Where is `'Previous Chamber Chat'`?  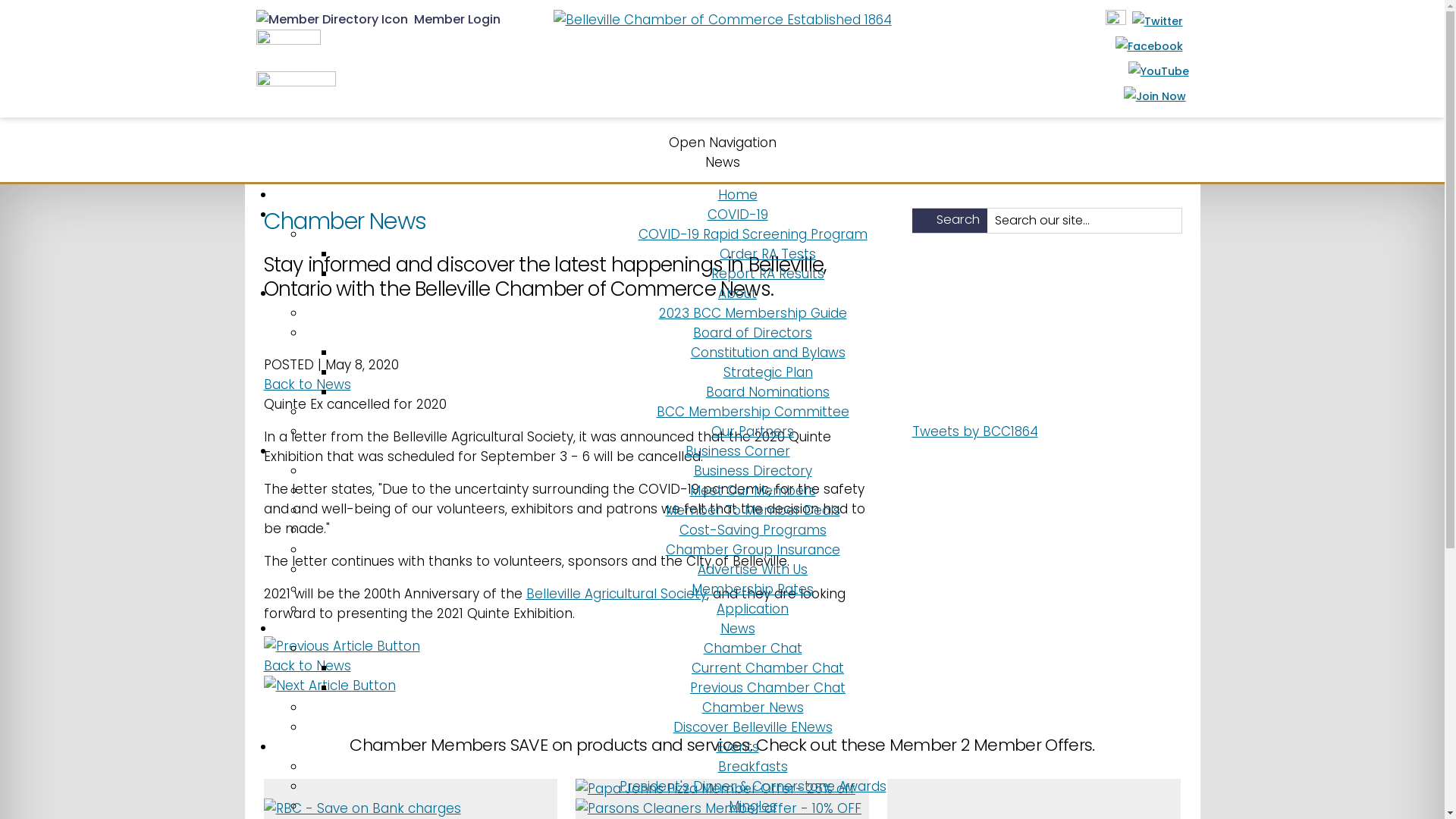
'Previous Chamber Chat' is located at coordinates (689, 687).